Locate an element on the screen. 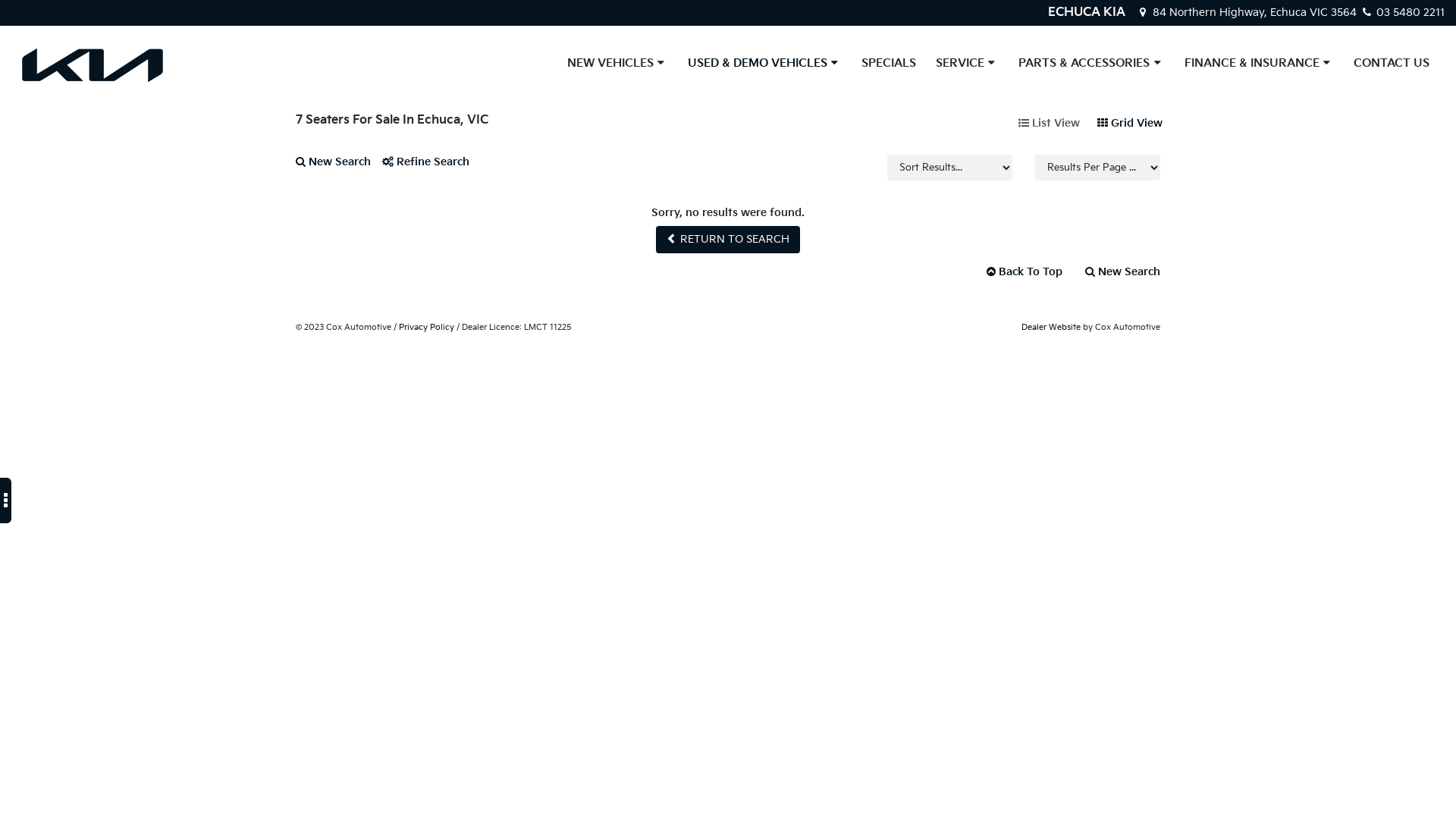 The image size is (1456, 819). 'NEW VEHICLES' is located at coordinates (617, 63).